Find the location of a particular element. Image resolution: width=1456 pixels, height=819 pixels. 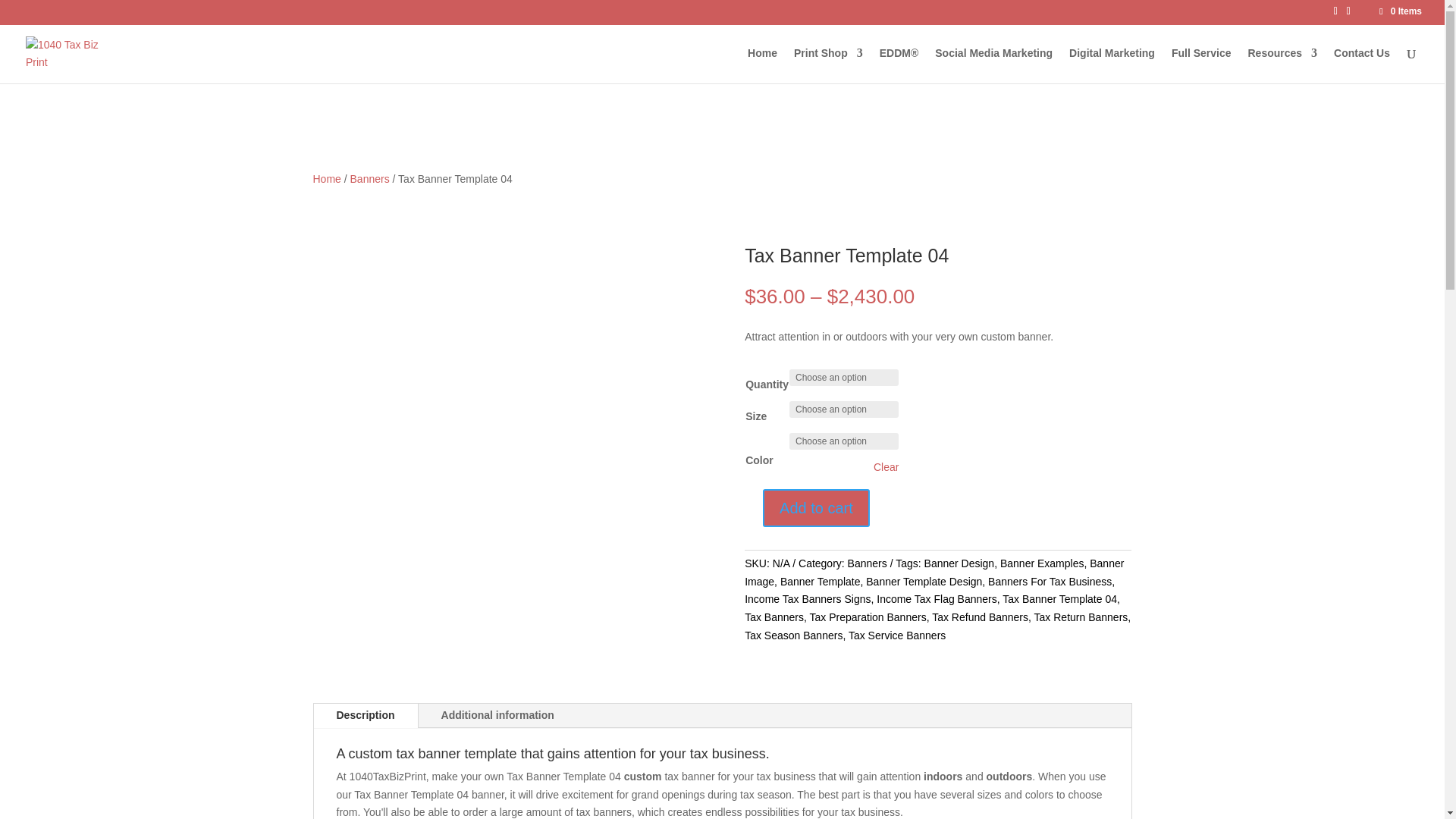

'Tax Return Banners' is located at coordinates (1080, 617).